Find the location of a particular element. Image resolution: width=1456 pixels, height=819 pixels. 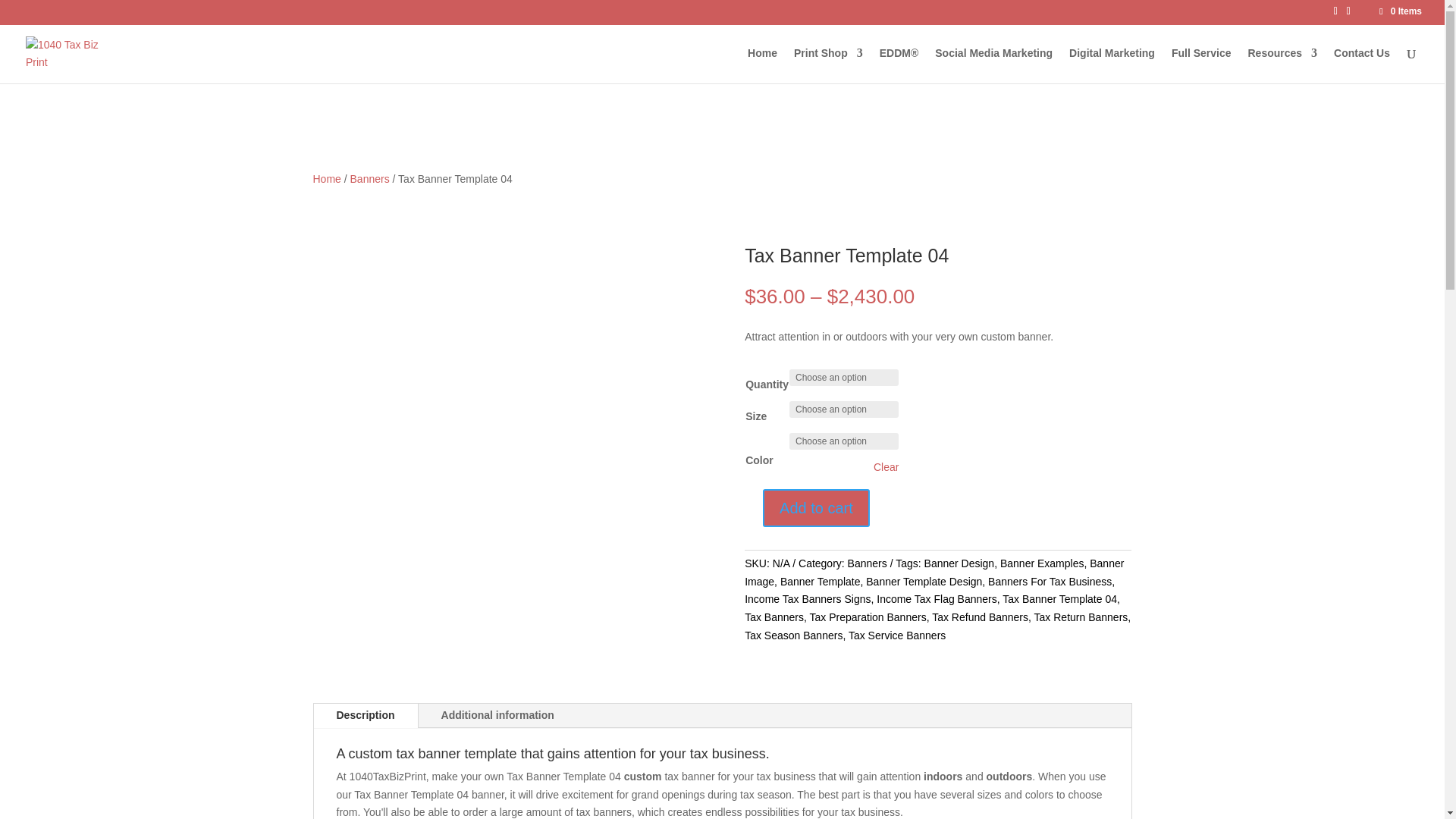

'Tax Return Banners' is located at coordinates (1080, 617).